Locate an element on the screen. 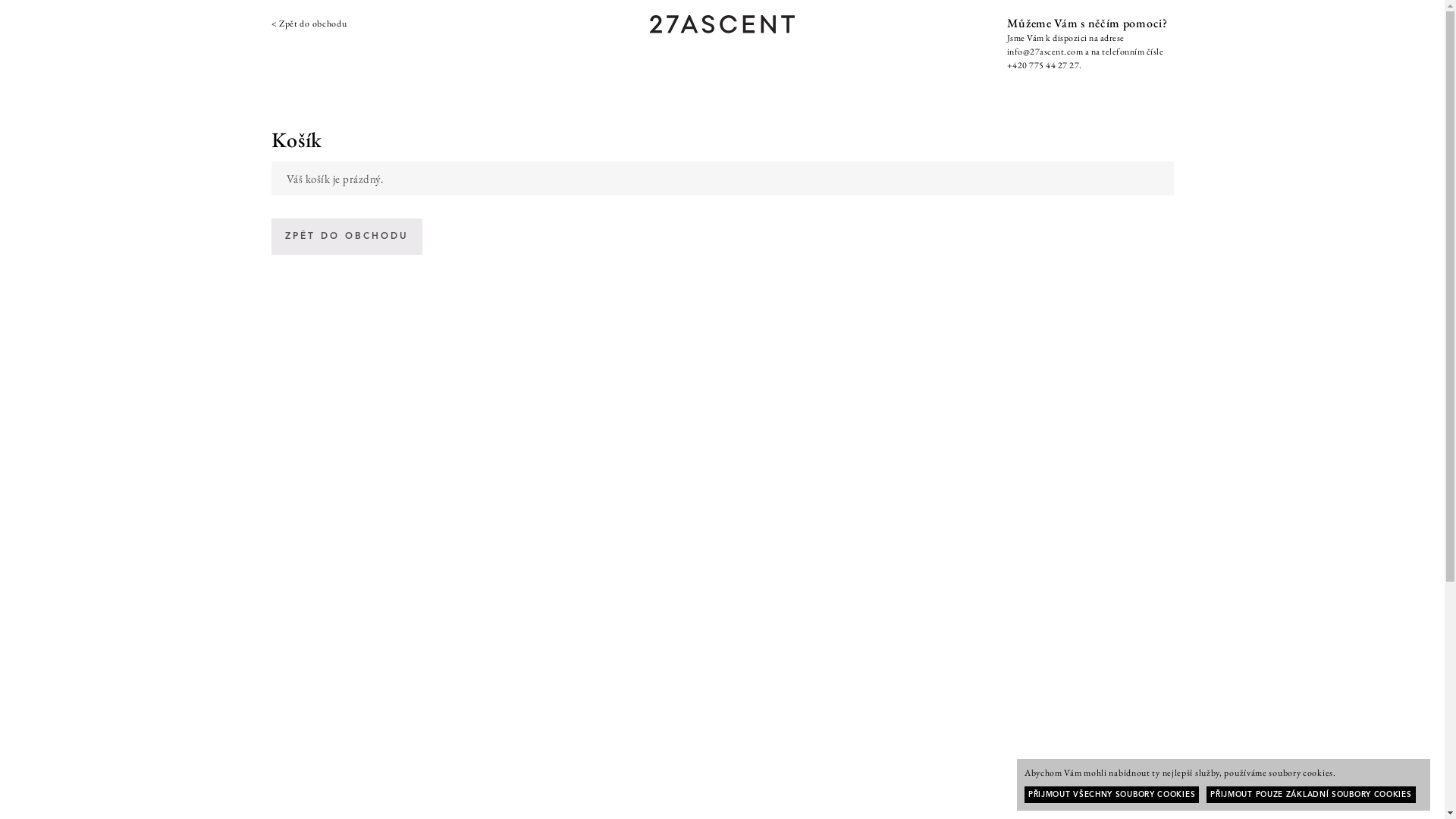 The height and width of the screenshot is (819, 1456). 'info@27ascent.com' is located at coordinates (1044, 51).